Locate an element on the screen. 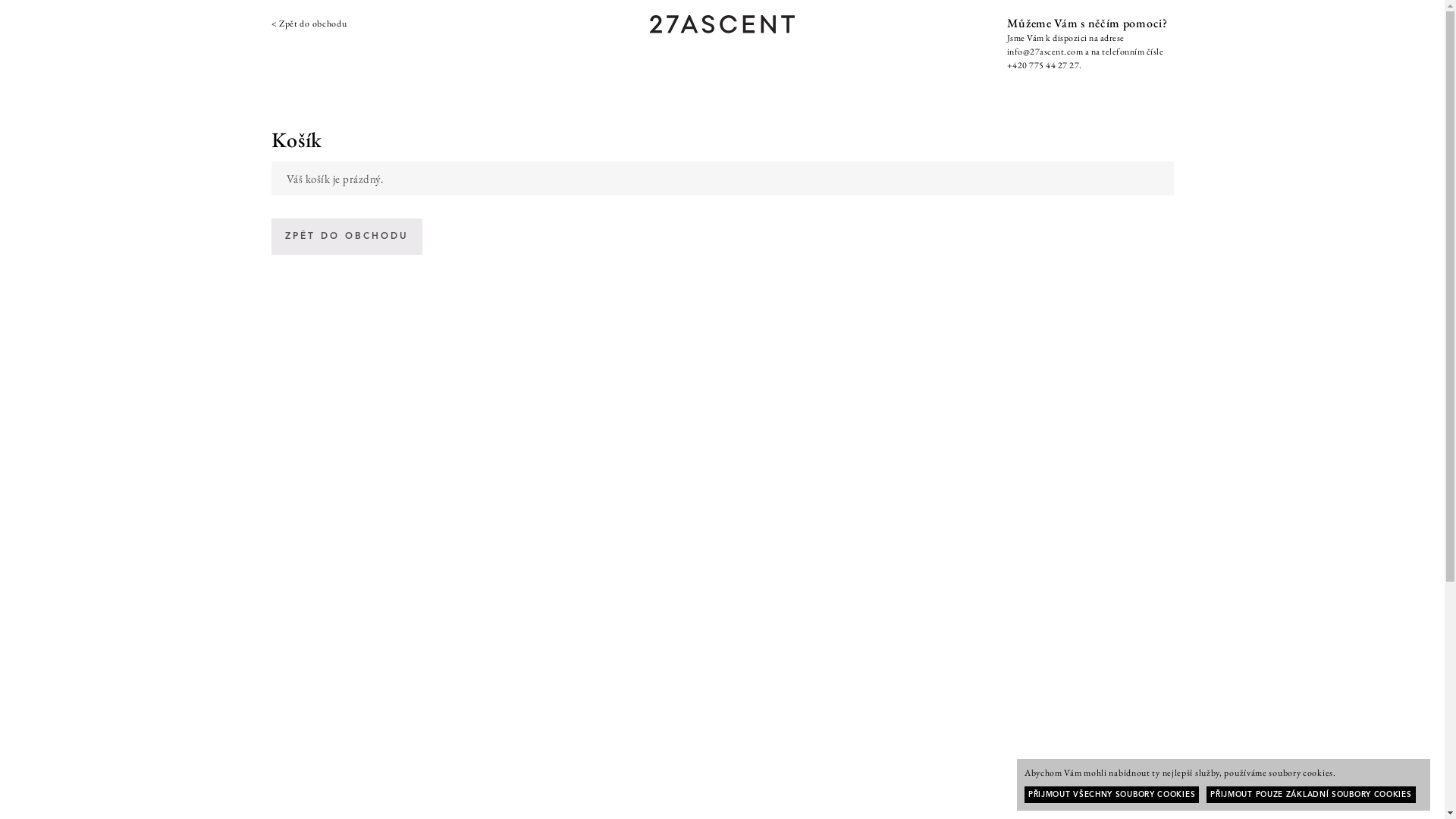 The height and width of the screenshot is (819, 1456). 'info@27ascent.com' is located at coordinates (1044, 51).